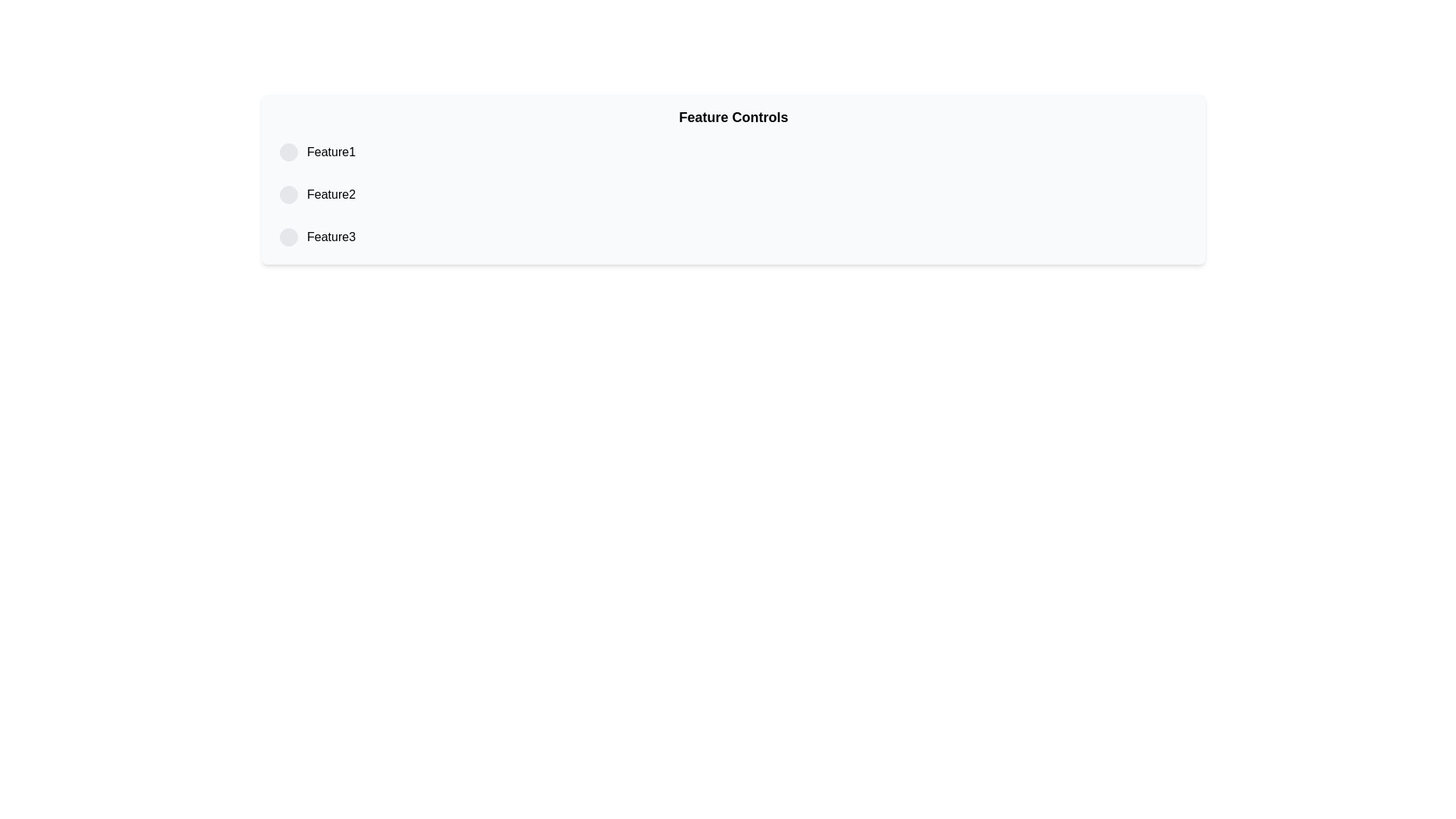 The height and width of the screenshot is (819, 1456). Describe the element at coordinates (288, 194) in the screenshot. I see `the radio button for 'Feature2'` at that location.